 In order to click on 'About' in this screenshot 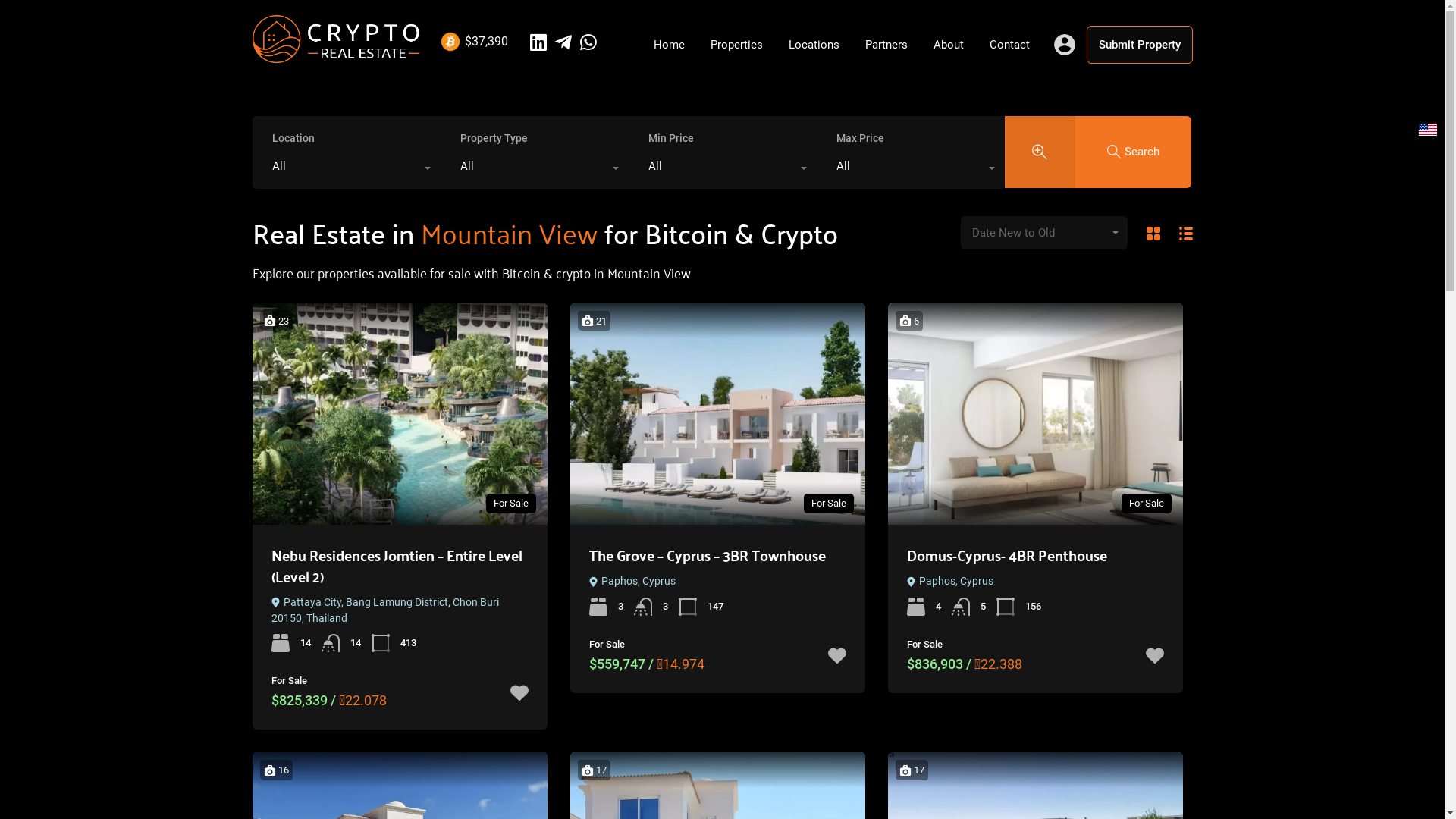, I will do `click(920, 43)`.